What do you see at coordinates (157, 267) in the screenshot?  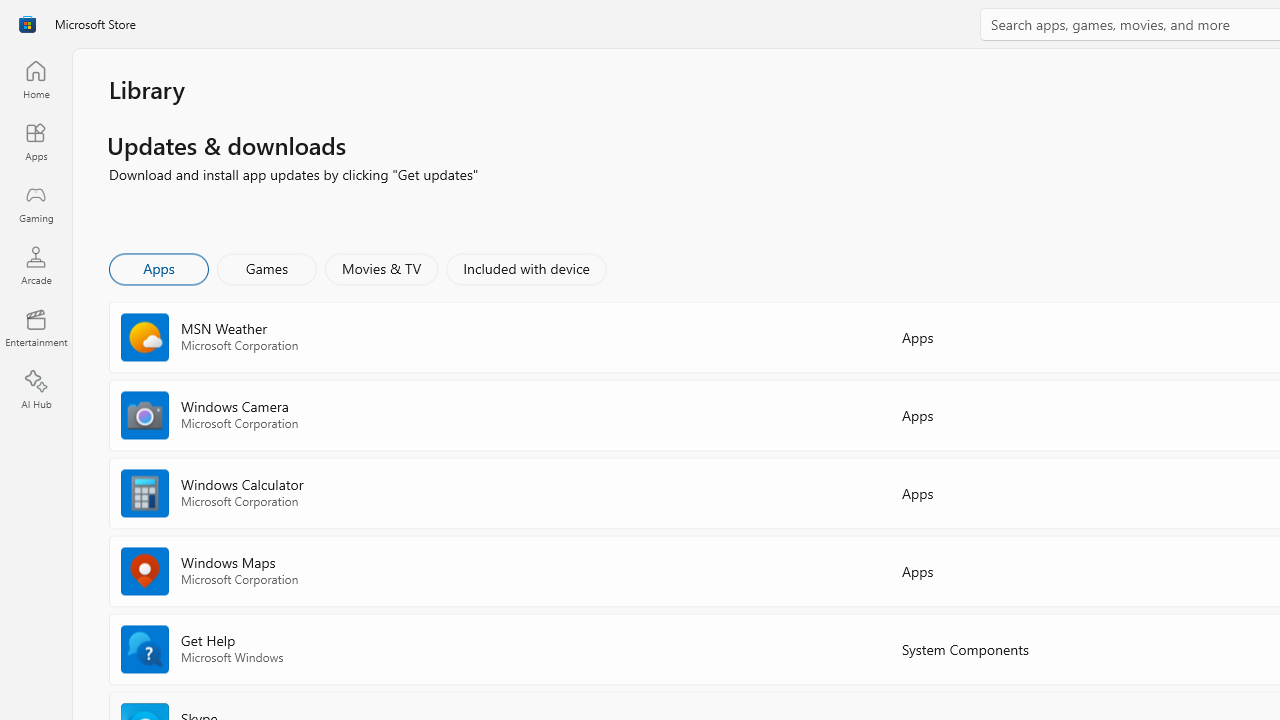 I see `'Apps'` at bounding box center [157, 267].